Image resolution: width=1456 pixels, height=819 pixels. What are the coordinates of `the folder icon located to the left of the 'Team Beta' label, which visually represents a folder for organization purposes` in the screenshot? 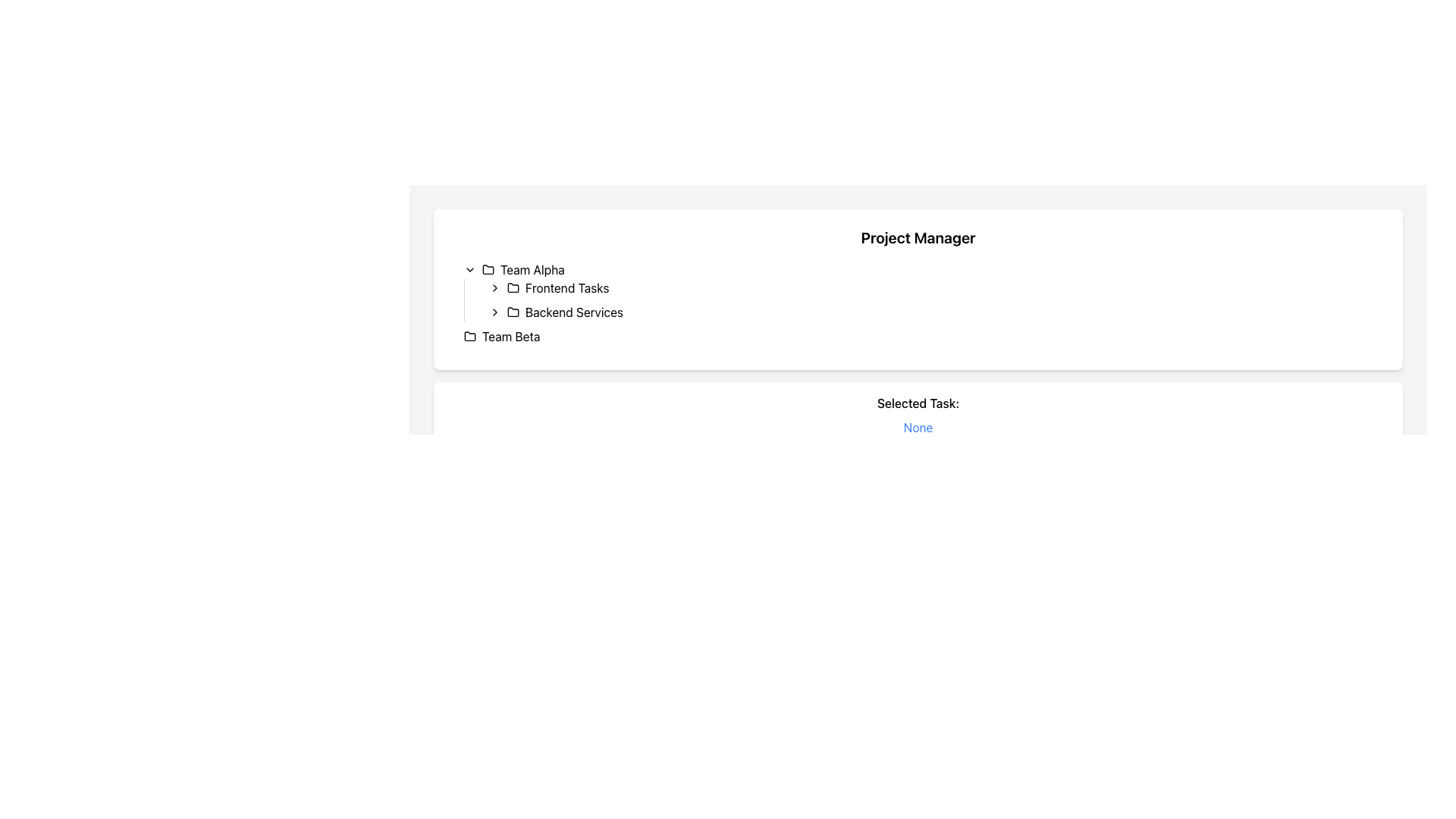 It's located at (469, 335).